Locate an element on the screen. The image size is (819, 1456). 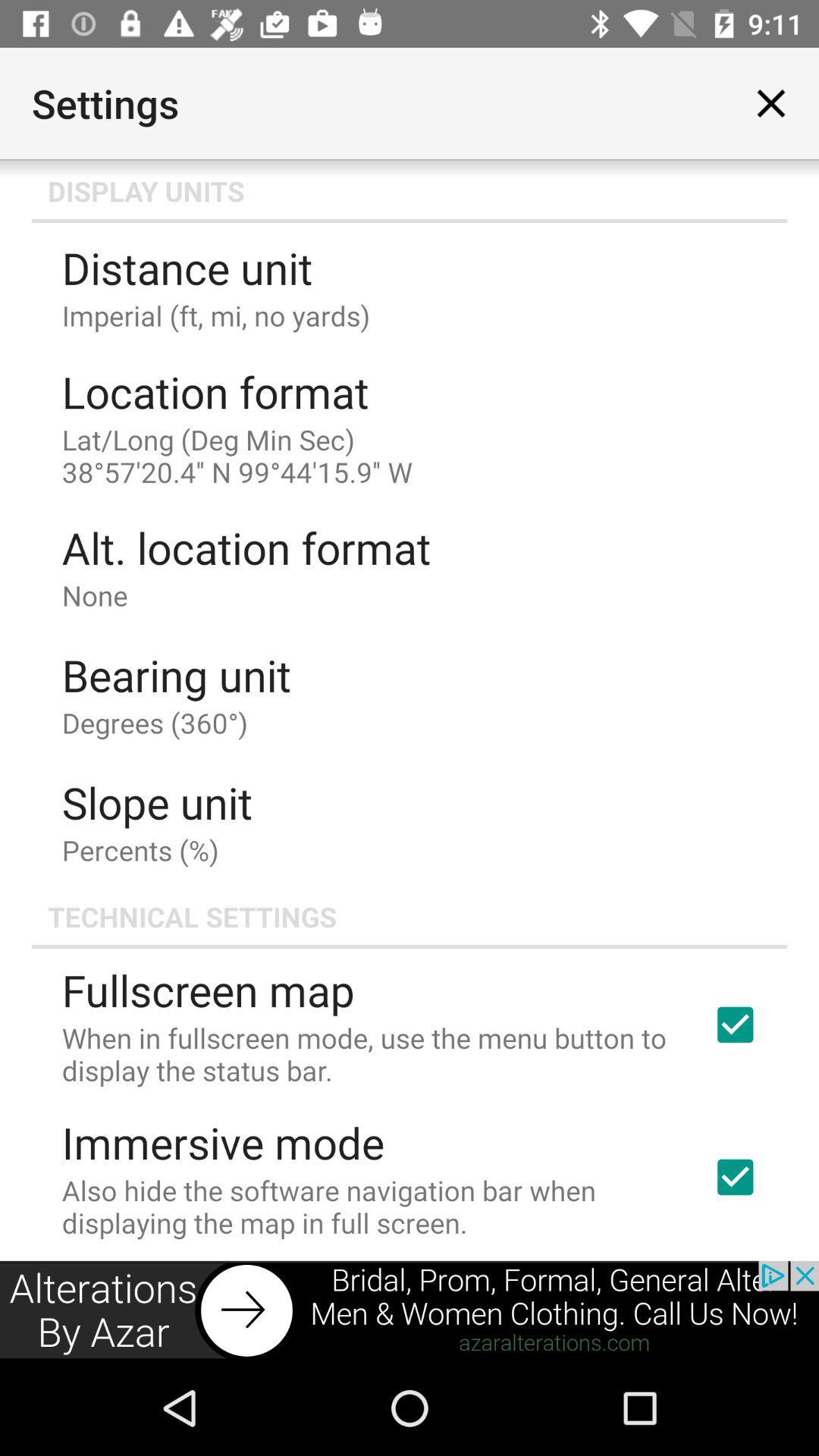
advertisement is located at coordinates (409, 1310).